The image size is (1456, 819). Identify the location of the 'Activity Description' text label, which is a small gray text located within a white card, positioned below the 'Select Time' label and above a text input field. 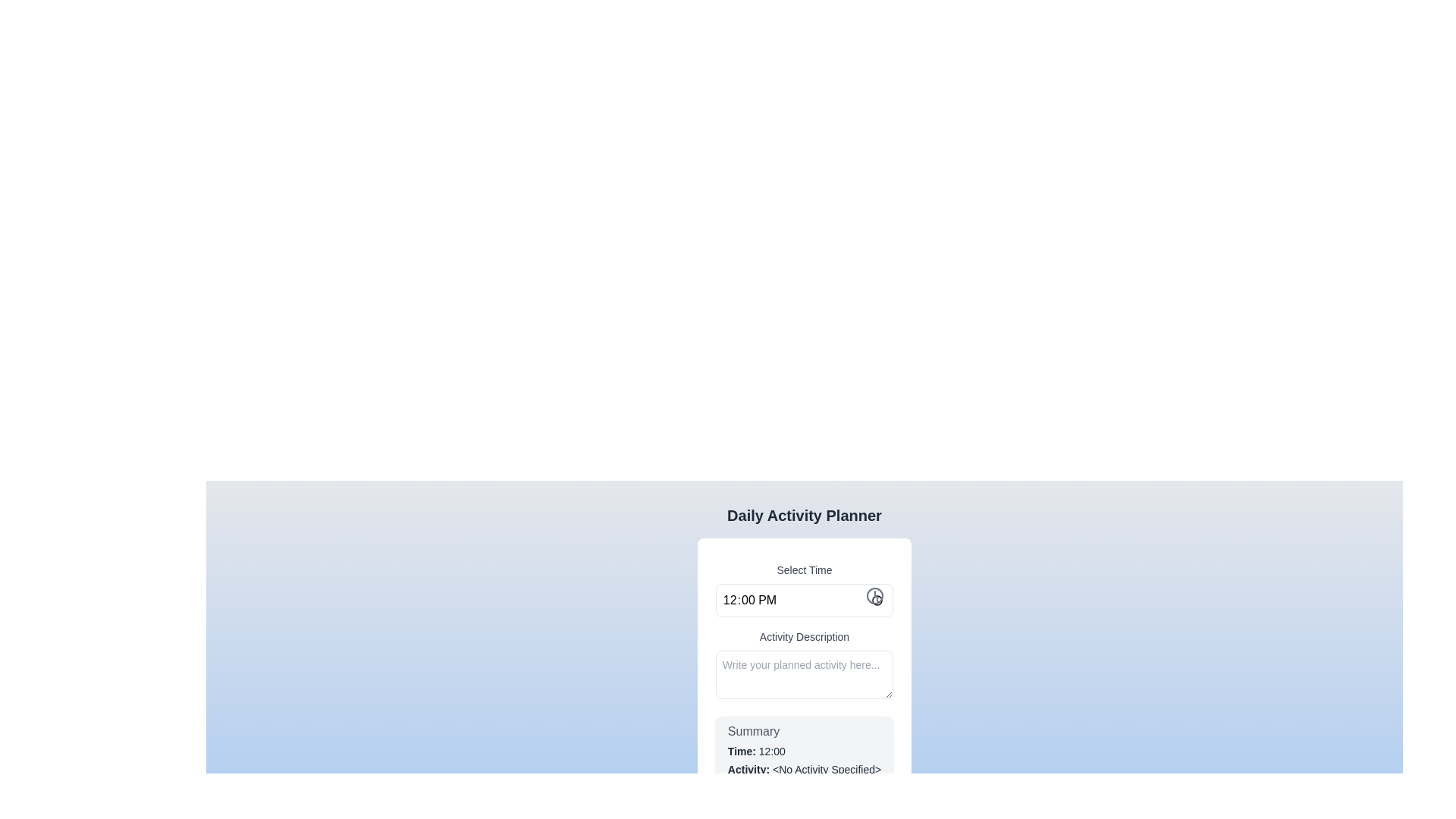
(803, 637).